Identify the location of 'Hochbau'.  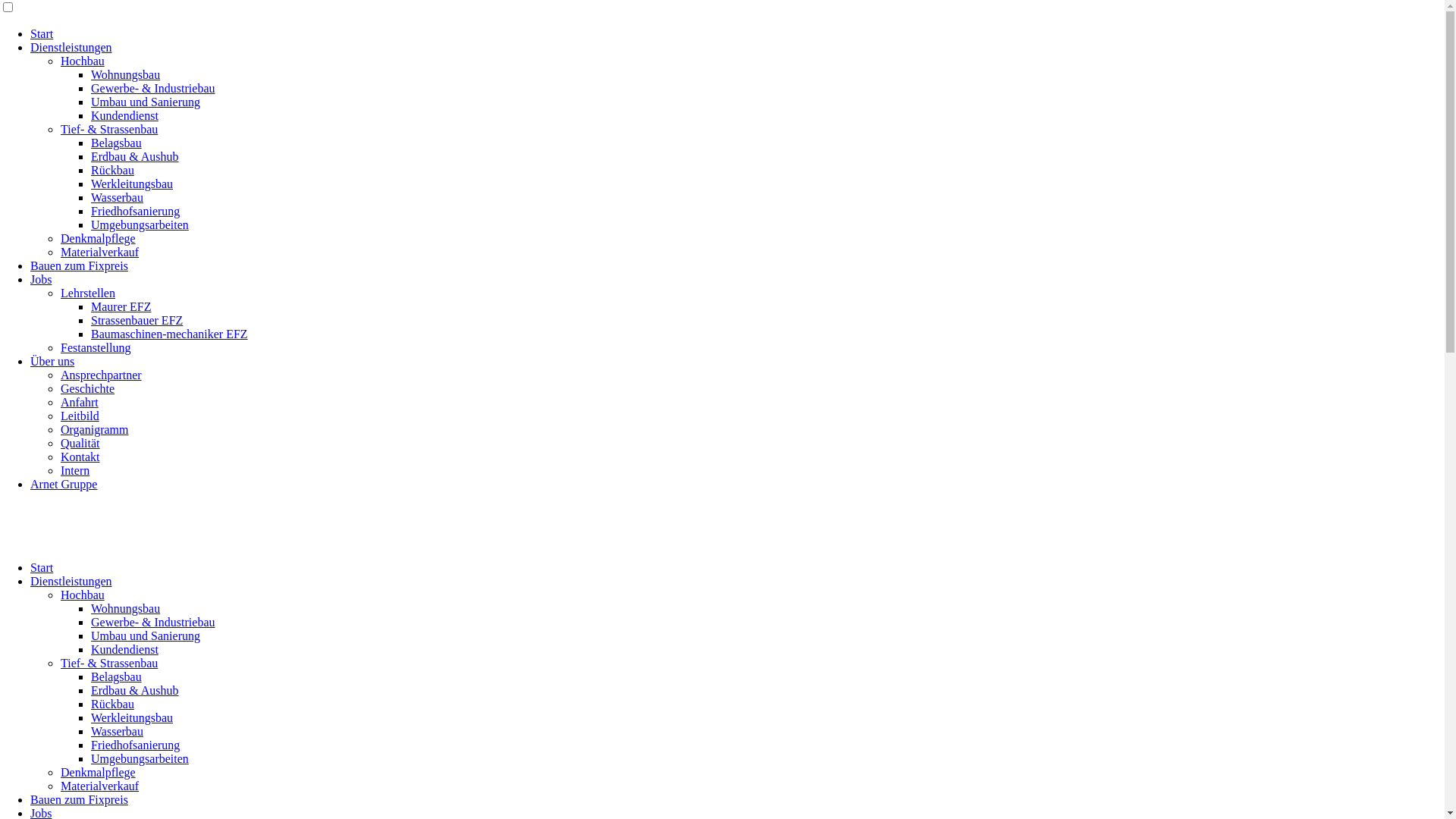
(82, 594).